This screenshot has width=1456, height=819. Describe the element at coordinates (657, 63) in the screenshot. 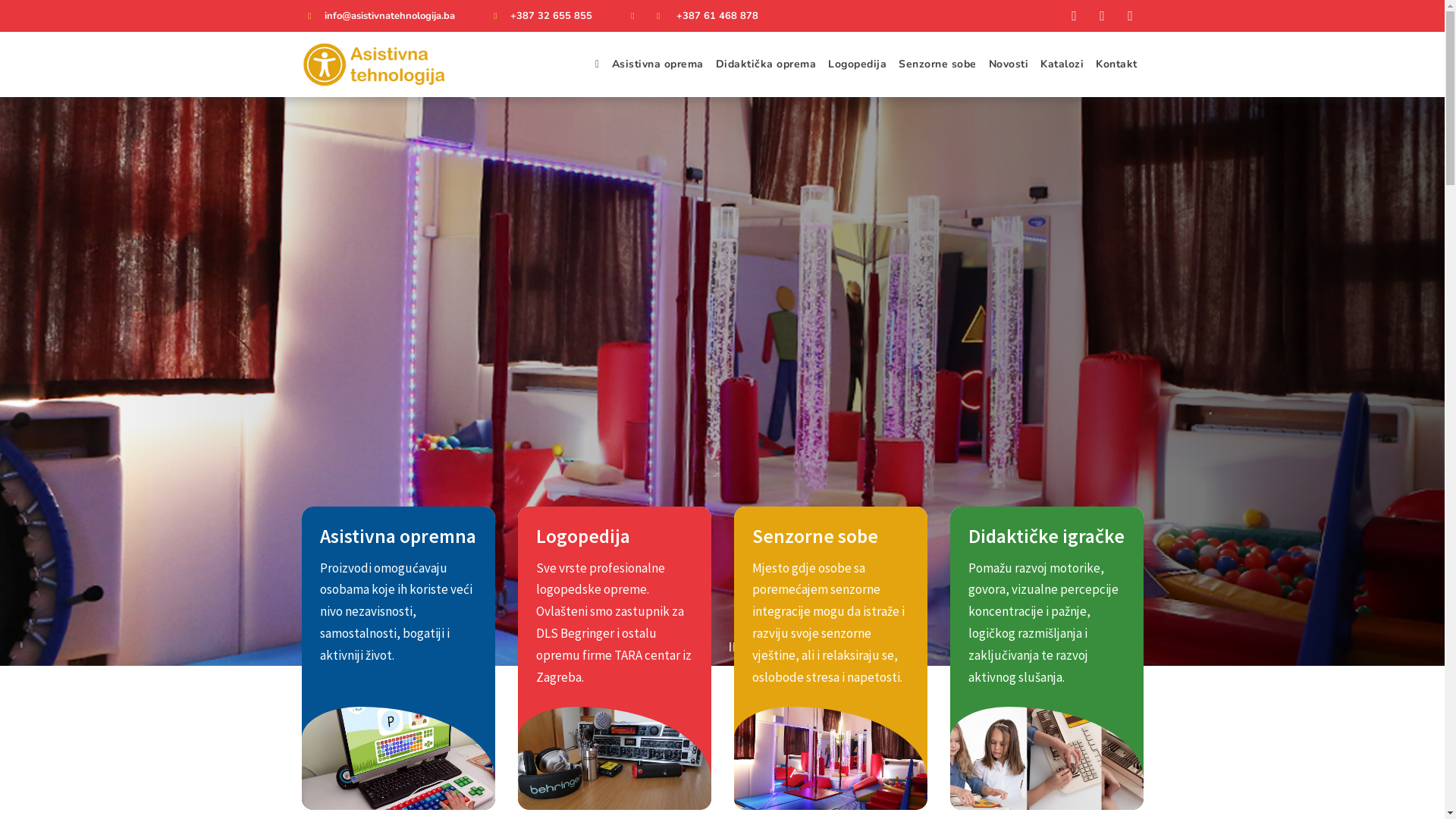

I see `'Asistivna oprema'` at that location.